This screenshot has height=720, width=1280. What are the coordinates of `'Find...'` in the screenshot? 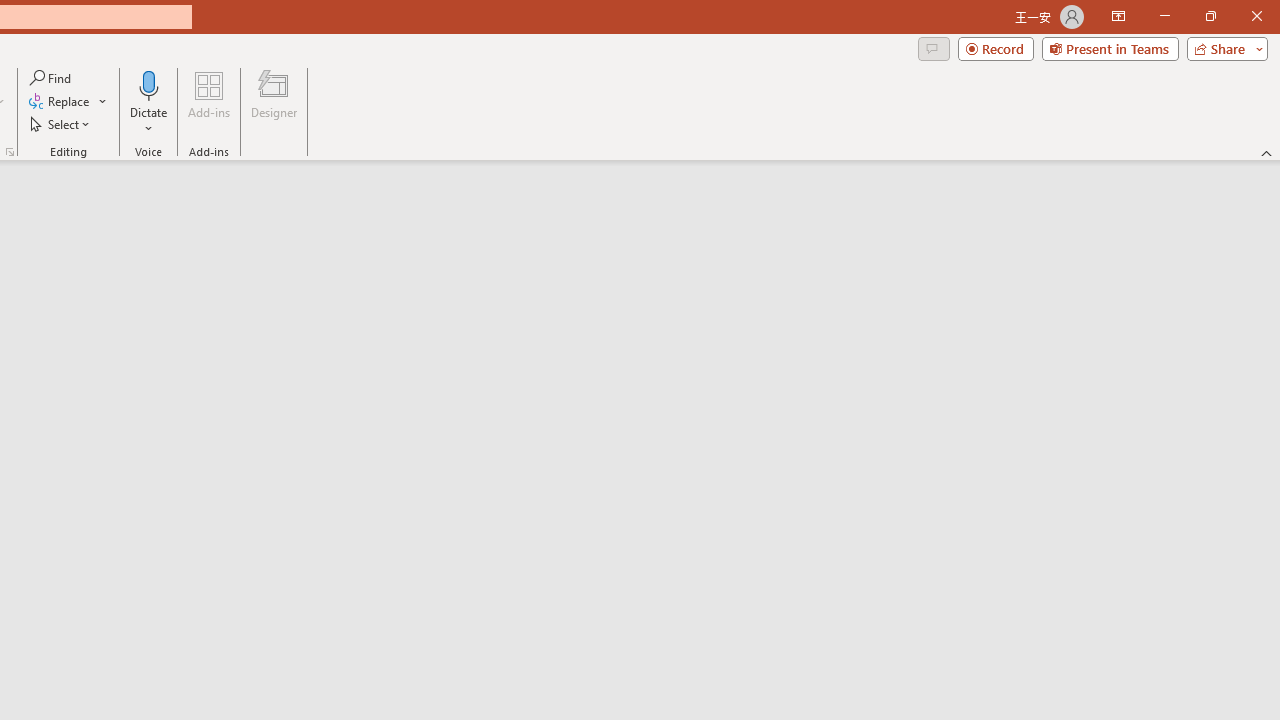 It's located at (51, 77).